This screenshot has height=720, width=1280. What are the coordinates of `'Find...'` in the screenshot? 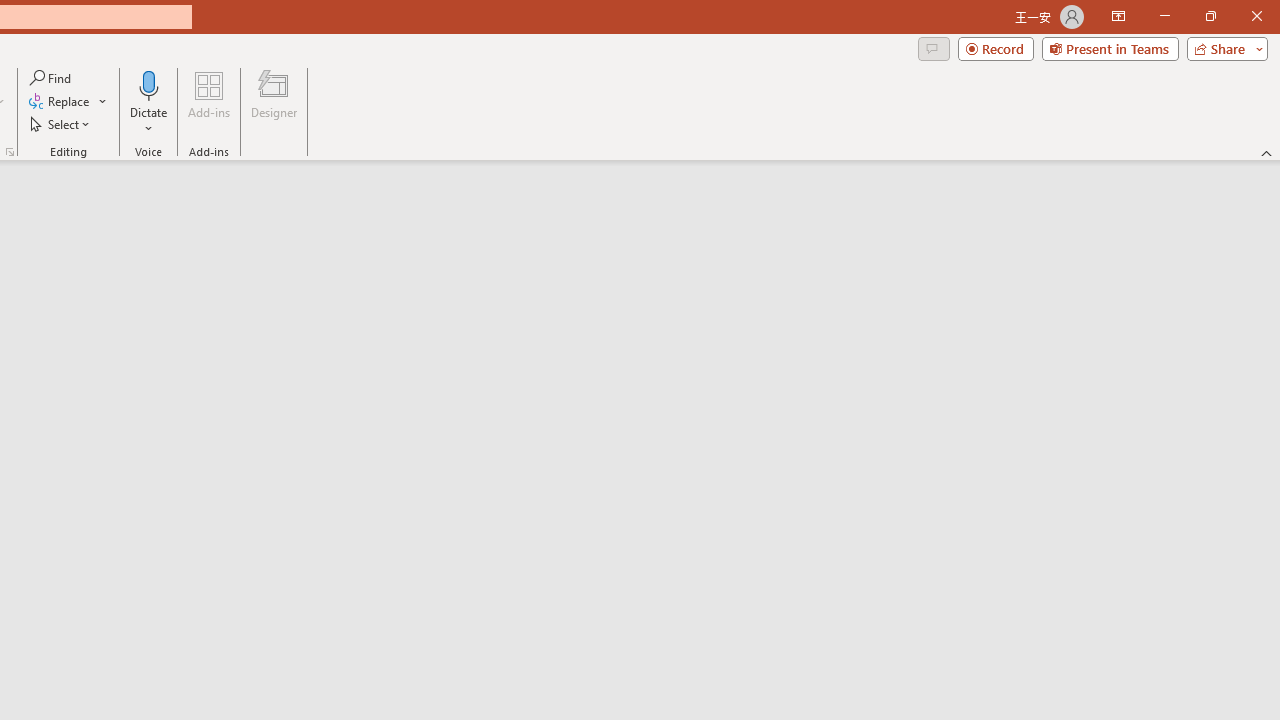 It's located at (51, 77).